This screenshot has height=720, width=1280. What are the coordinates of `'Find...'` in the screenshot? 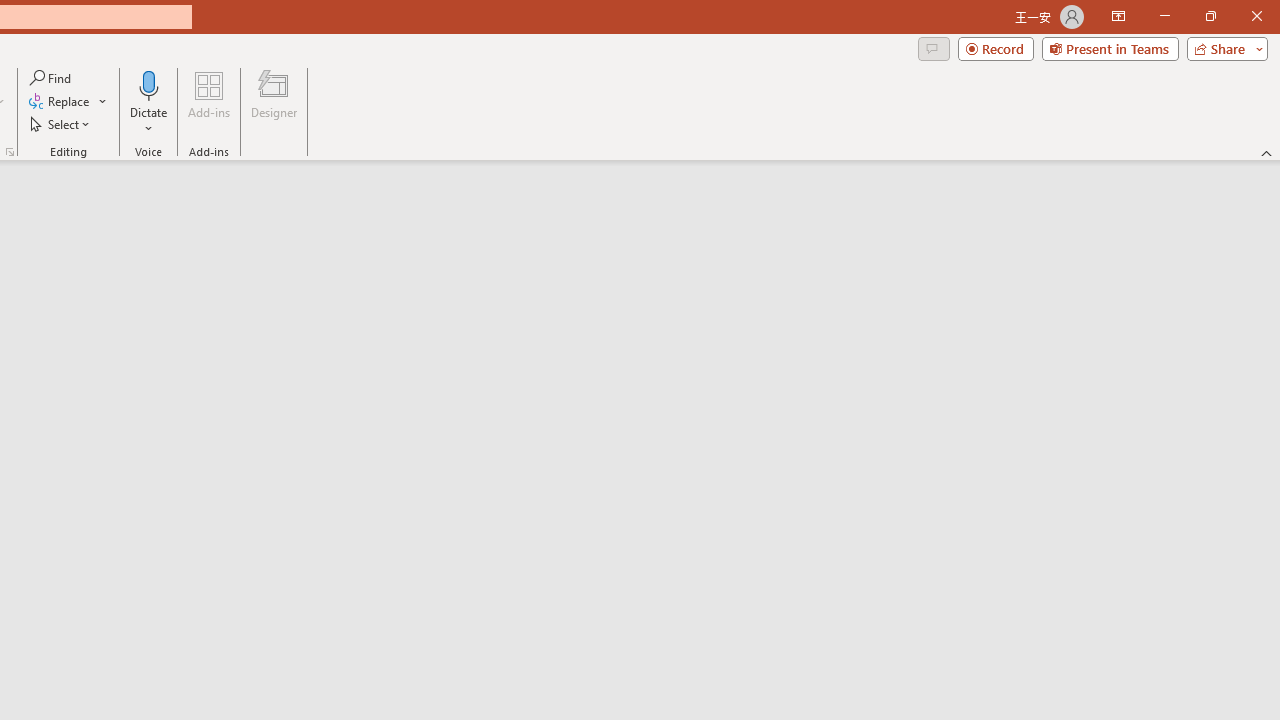 It's located at (51, 77).